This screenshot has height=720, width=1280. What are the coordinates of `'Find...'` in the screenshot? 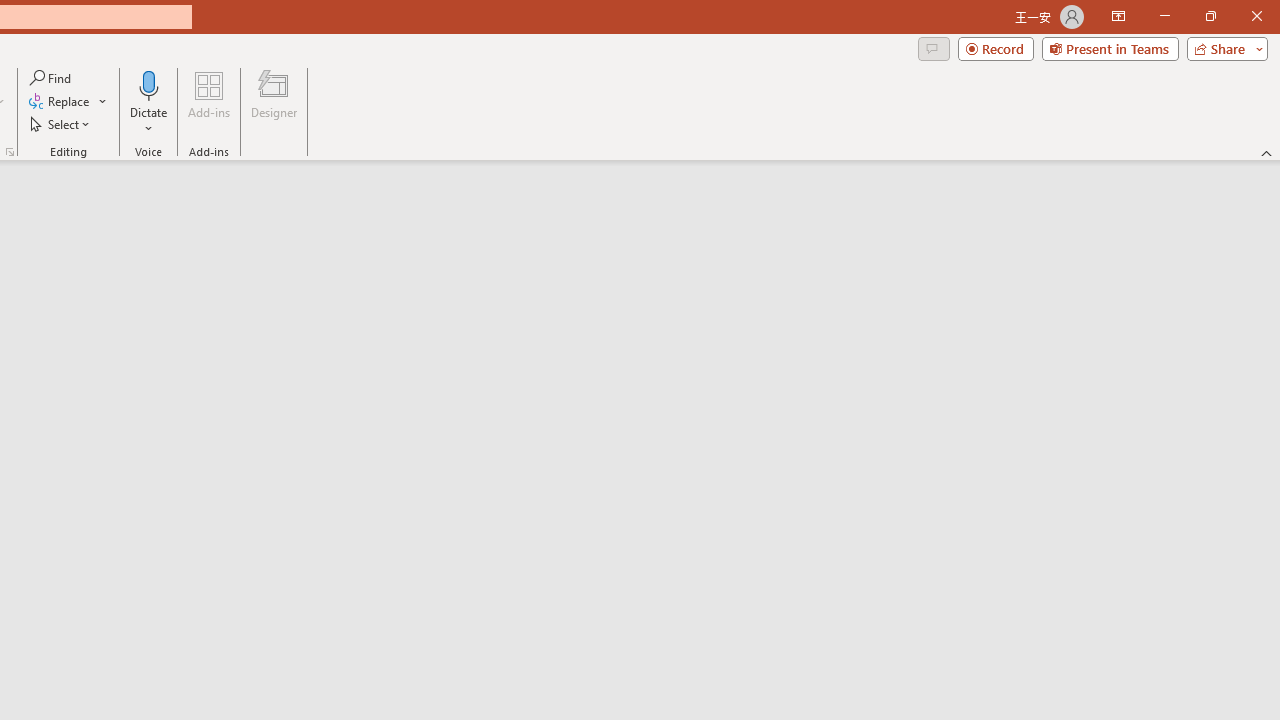 It's located at (51, 77).